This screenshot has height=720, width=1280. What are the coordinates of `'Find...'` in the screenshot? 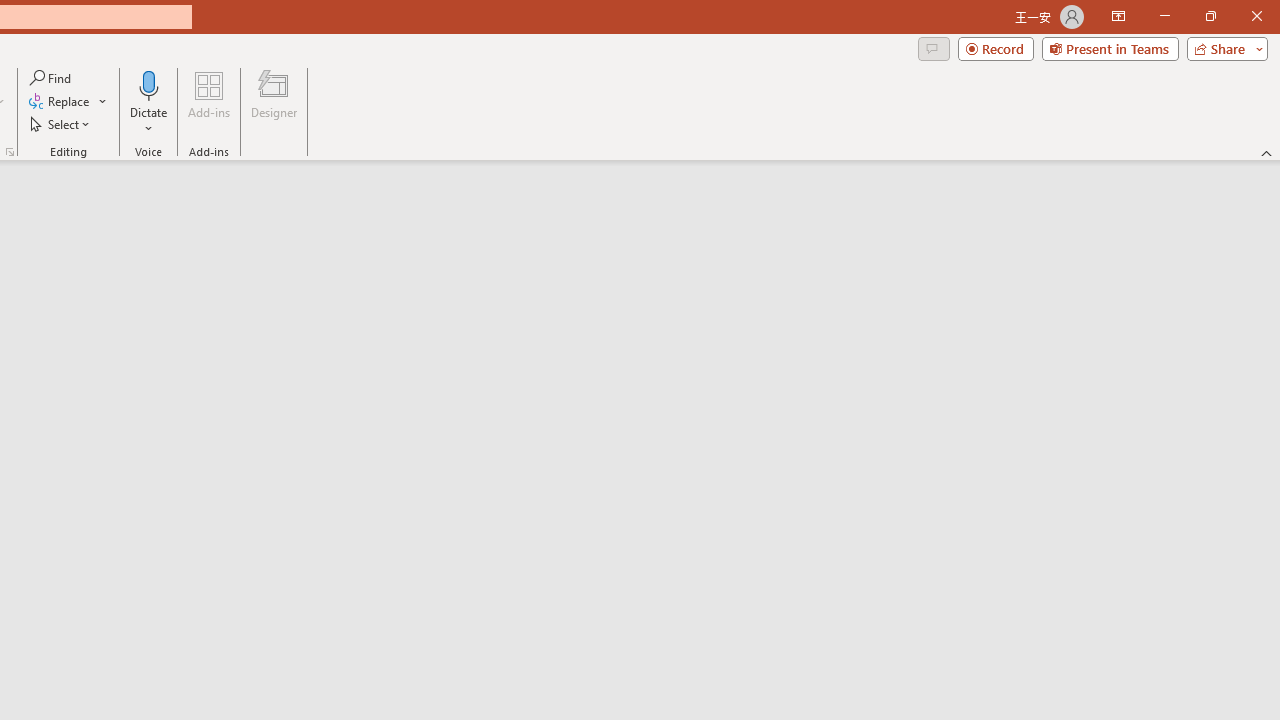 It's located at (51, 77).